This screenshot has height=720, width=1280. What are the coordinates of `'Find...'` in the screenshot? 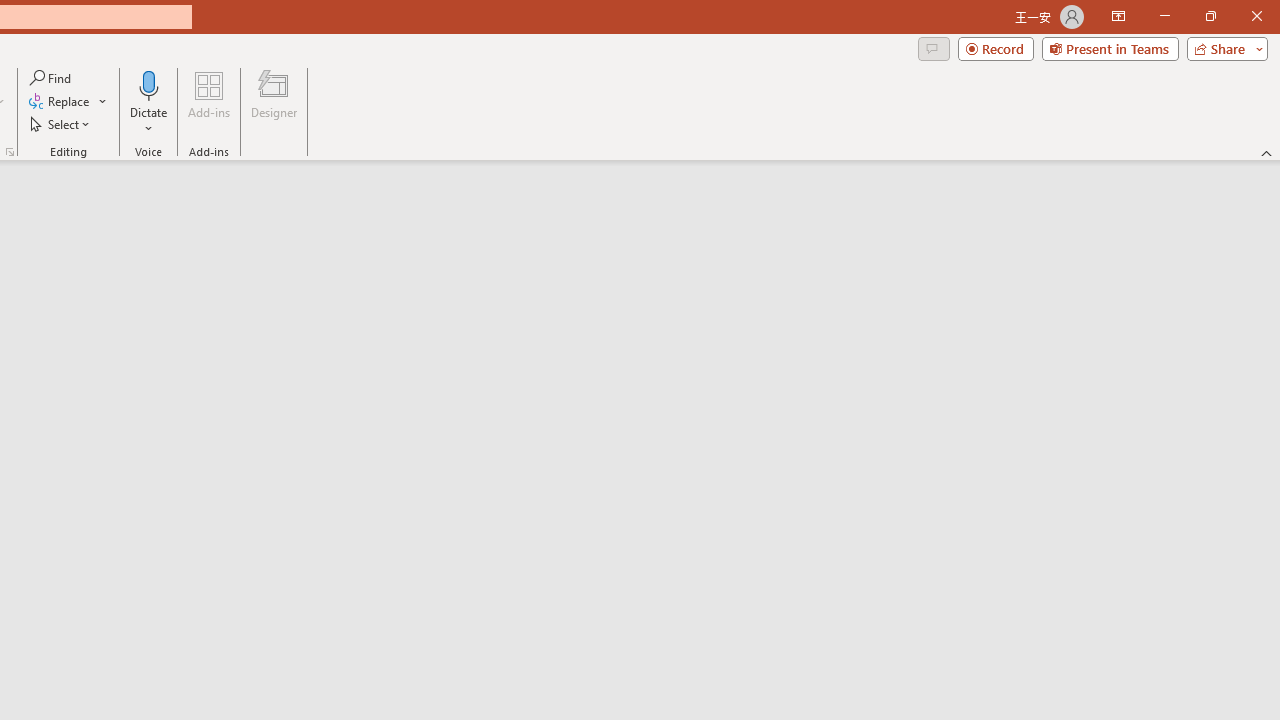 It's located at (51, 77).